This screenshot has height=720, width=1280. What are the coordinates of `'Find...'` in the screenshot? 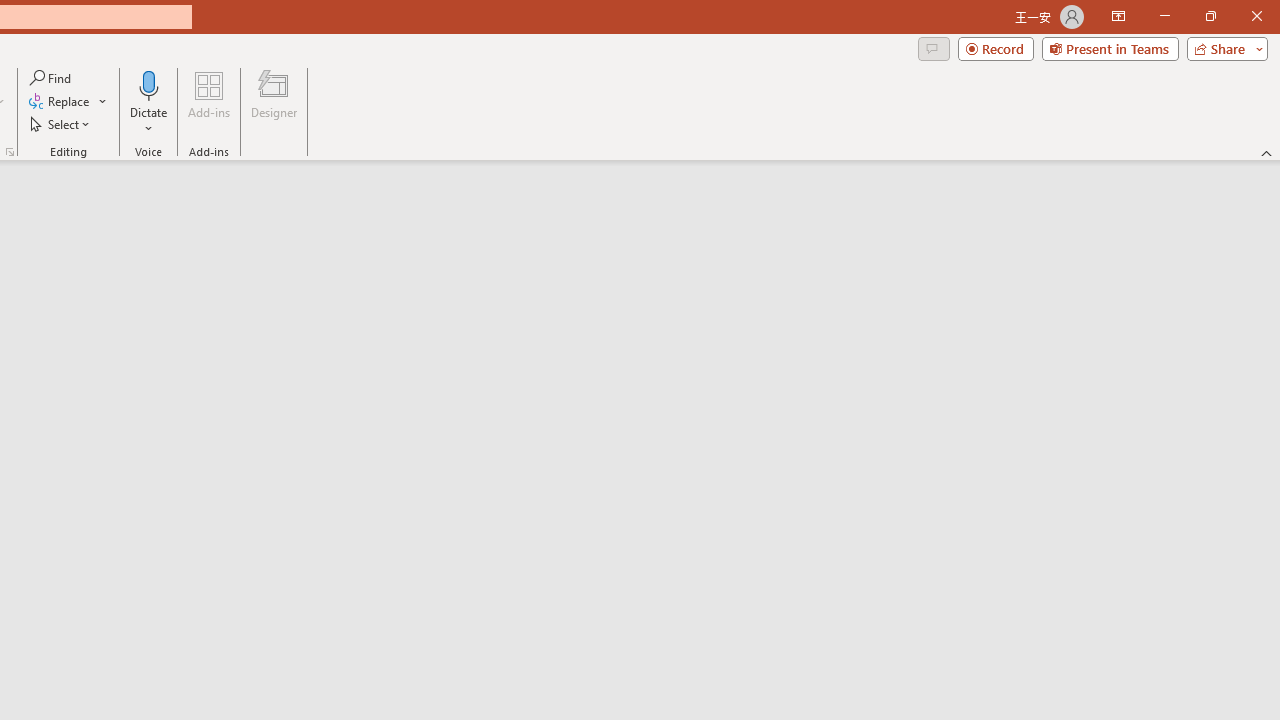 It's located at (51, 77).